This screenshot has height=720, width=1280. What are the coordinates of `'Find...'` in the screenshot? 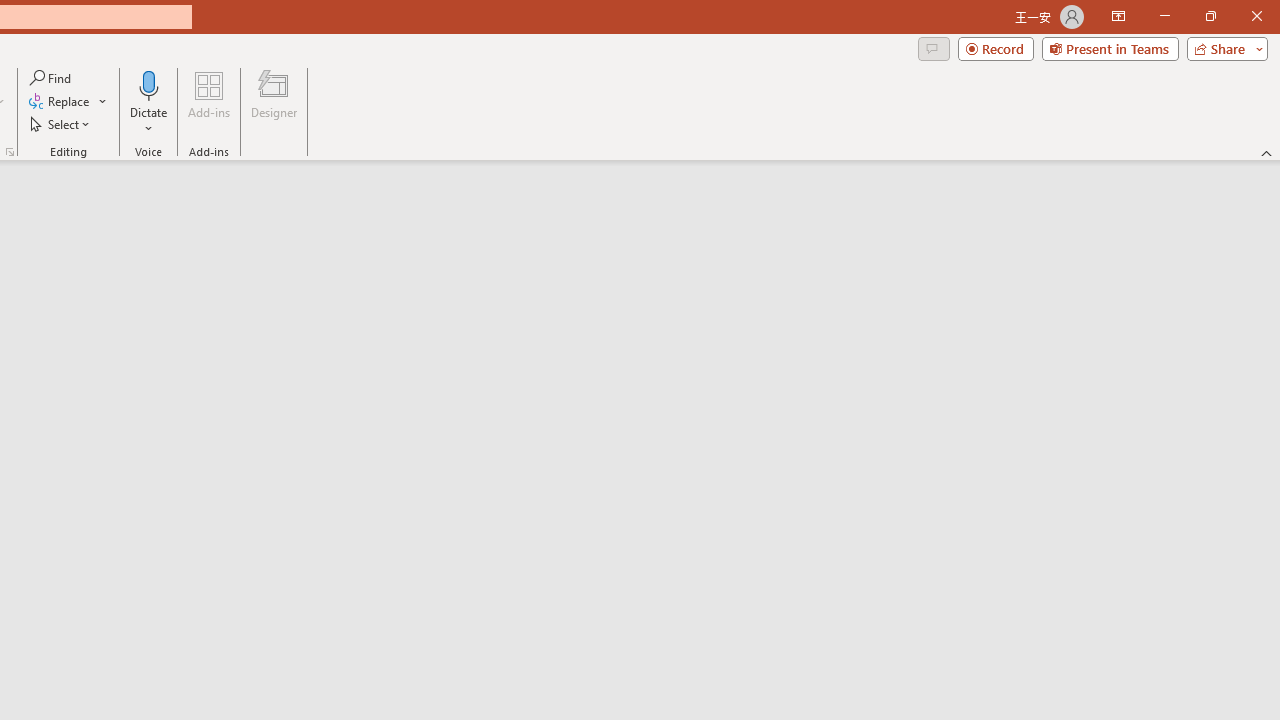 It's located at (51, 77).